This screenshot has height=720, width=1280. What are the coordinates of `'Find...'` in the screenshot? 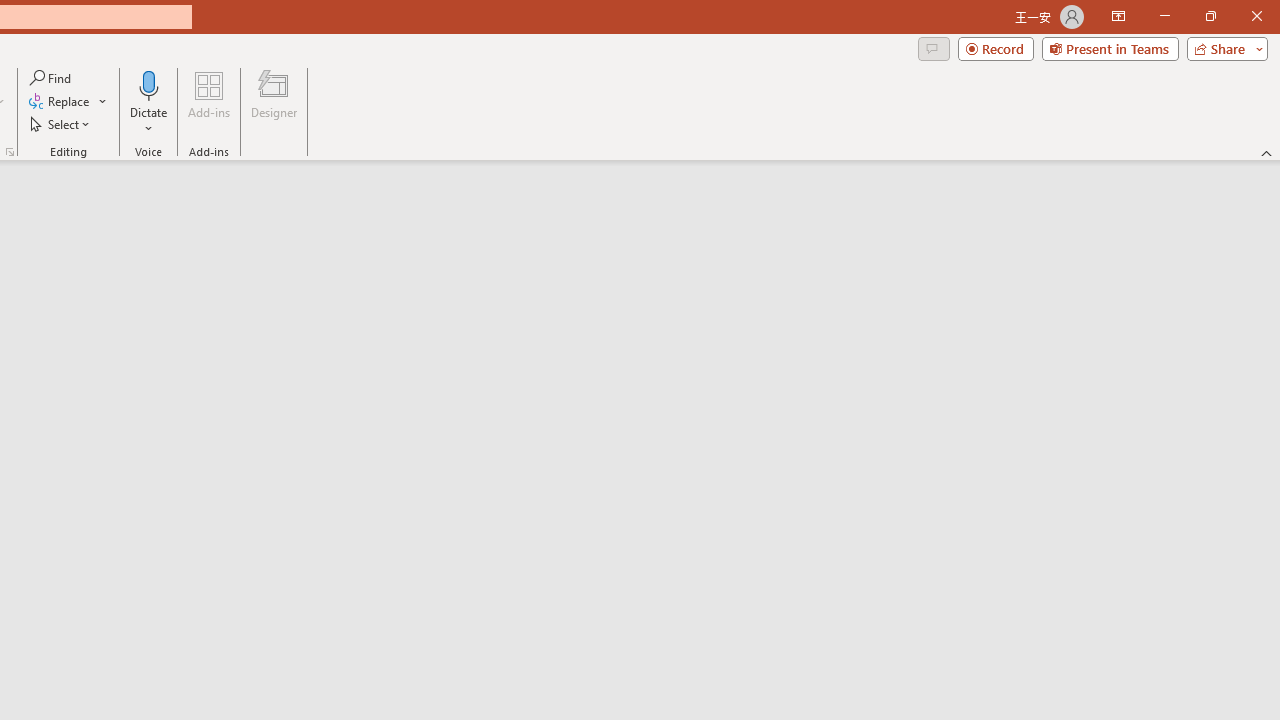 It's located at (51, 77).